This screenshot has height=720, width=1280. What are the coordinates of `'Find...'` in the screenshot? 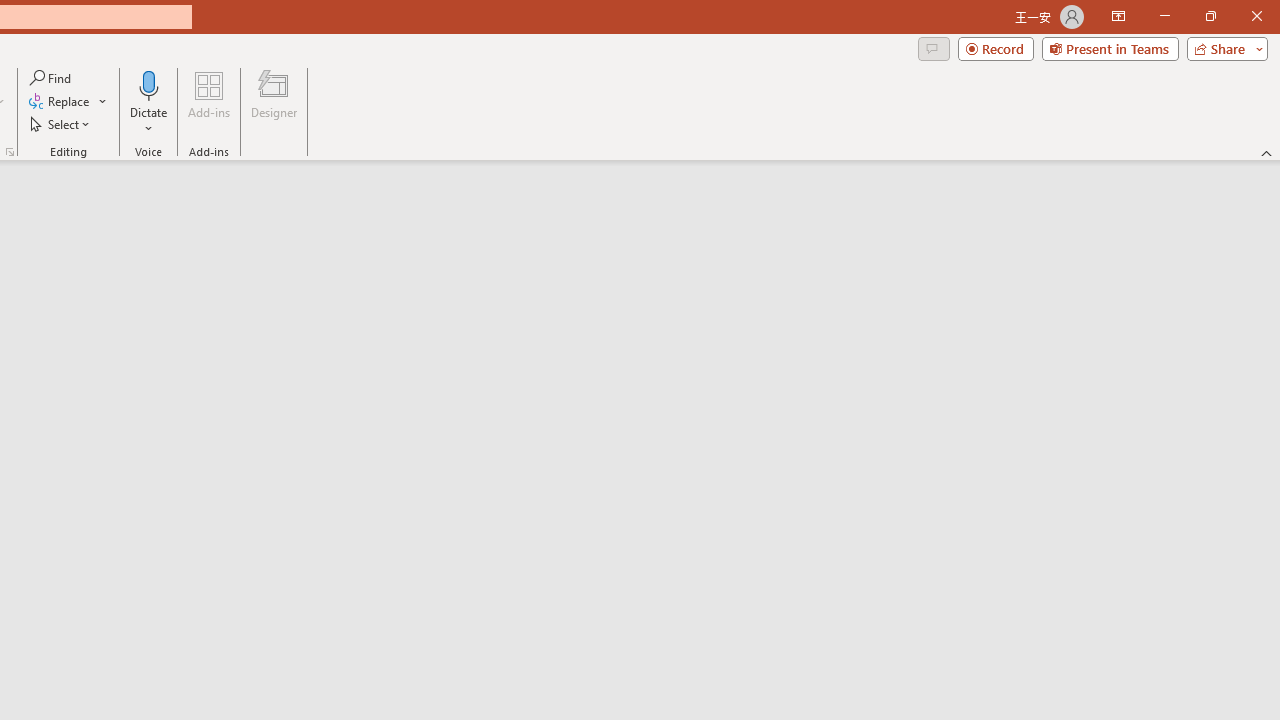 It's located at (51, 77).